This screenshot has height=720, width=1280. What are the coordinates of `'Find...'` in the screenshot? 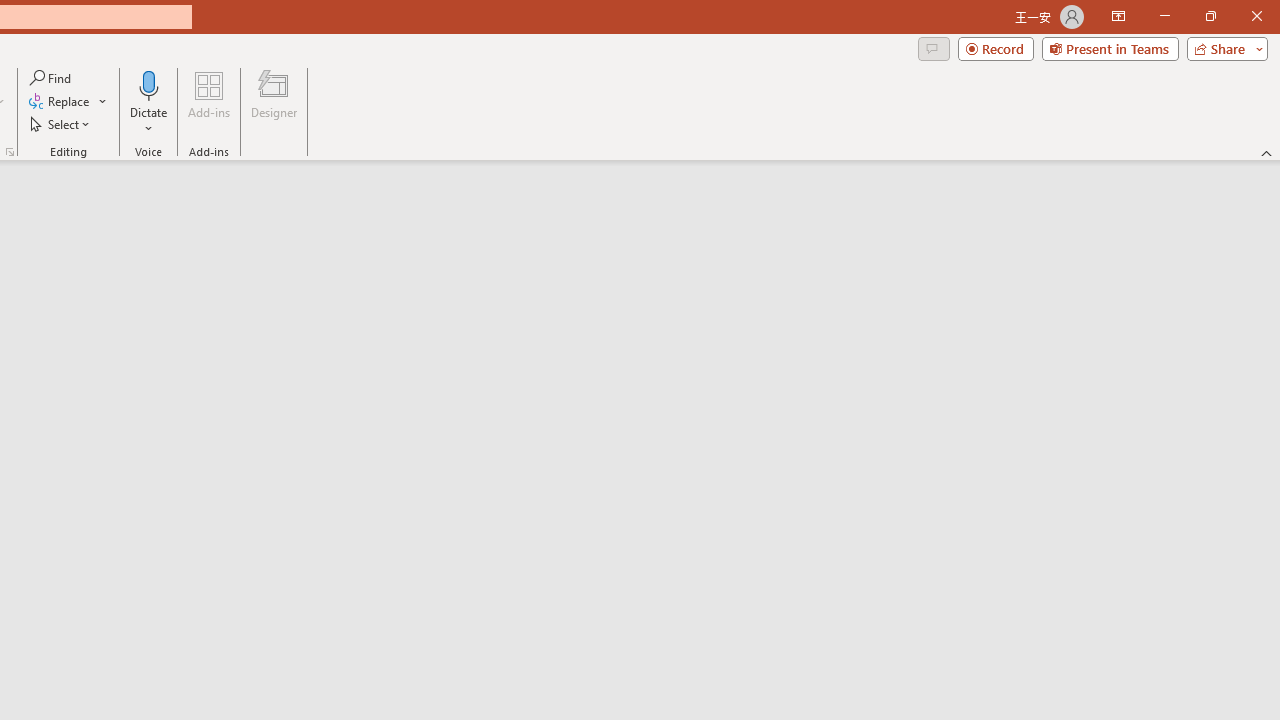 It's located at (51, 77).